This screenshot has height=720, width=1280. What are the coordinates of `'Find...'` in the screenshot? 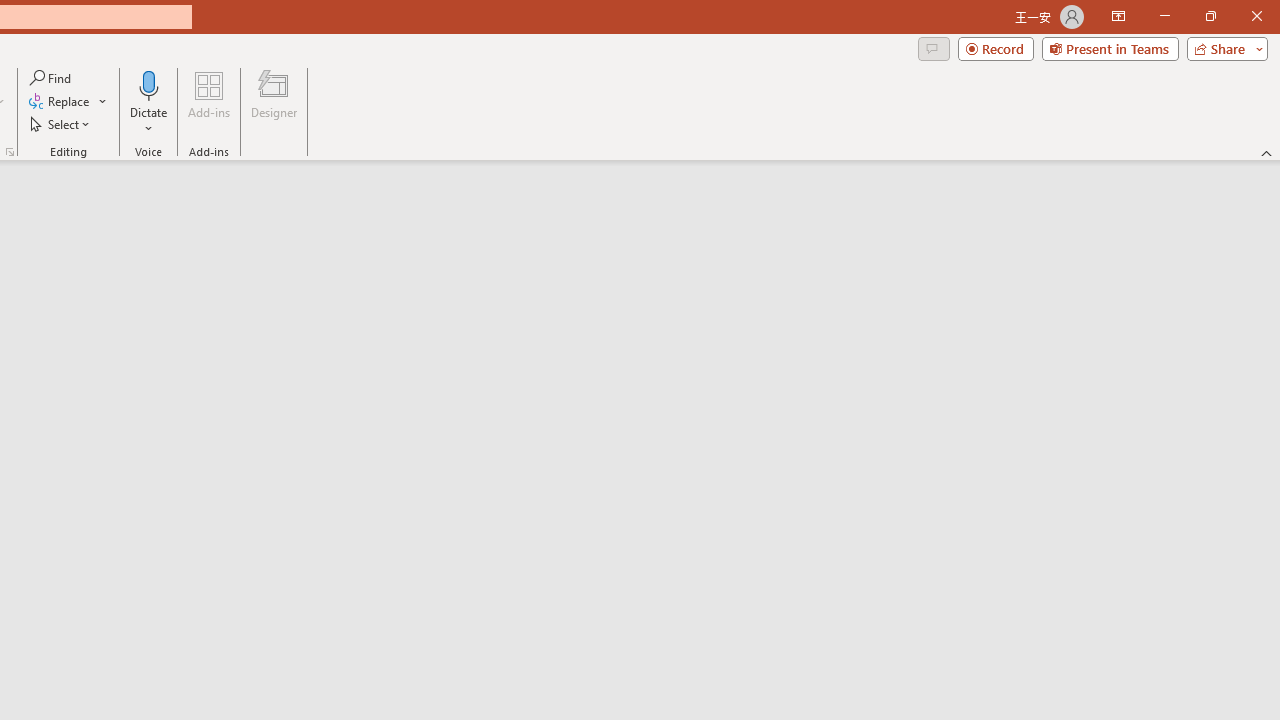 It's located at (51, 77).